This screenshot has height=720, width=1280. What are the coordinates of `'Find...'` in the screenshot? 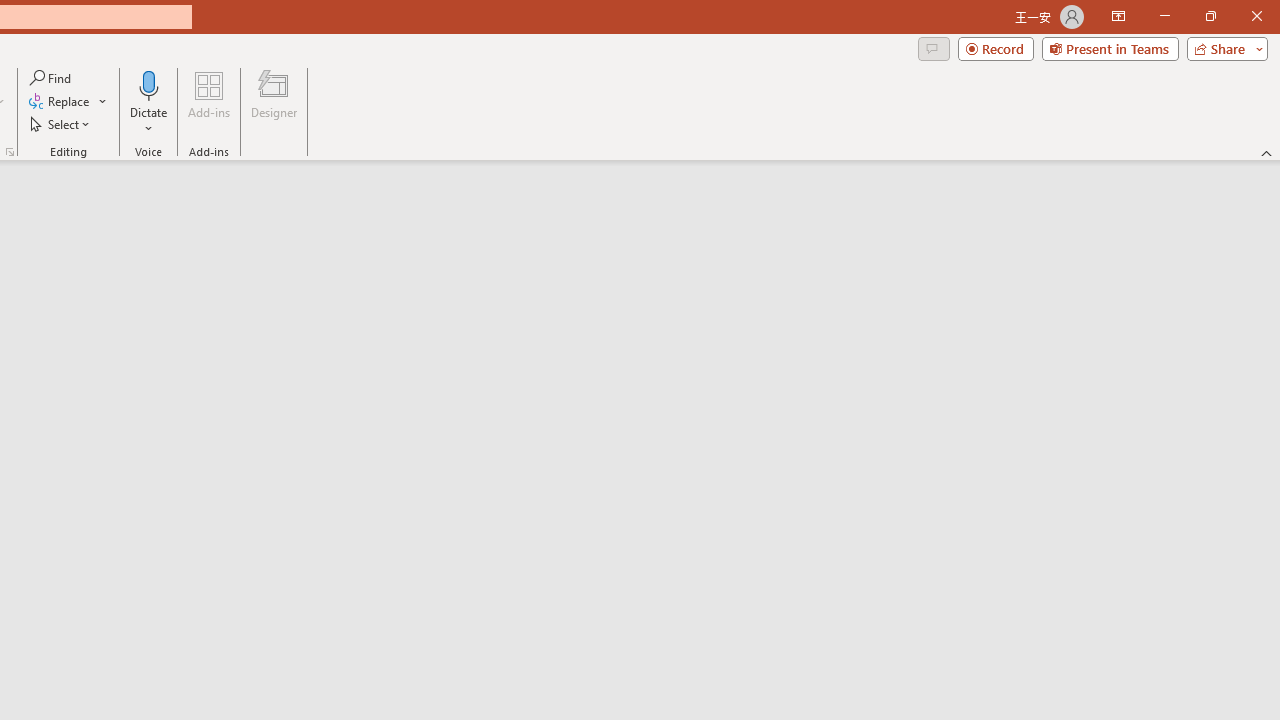 It's located at (51, 77).